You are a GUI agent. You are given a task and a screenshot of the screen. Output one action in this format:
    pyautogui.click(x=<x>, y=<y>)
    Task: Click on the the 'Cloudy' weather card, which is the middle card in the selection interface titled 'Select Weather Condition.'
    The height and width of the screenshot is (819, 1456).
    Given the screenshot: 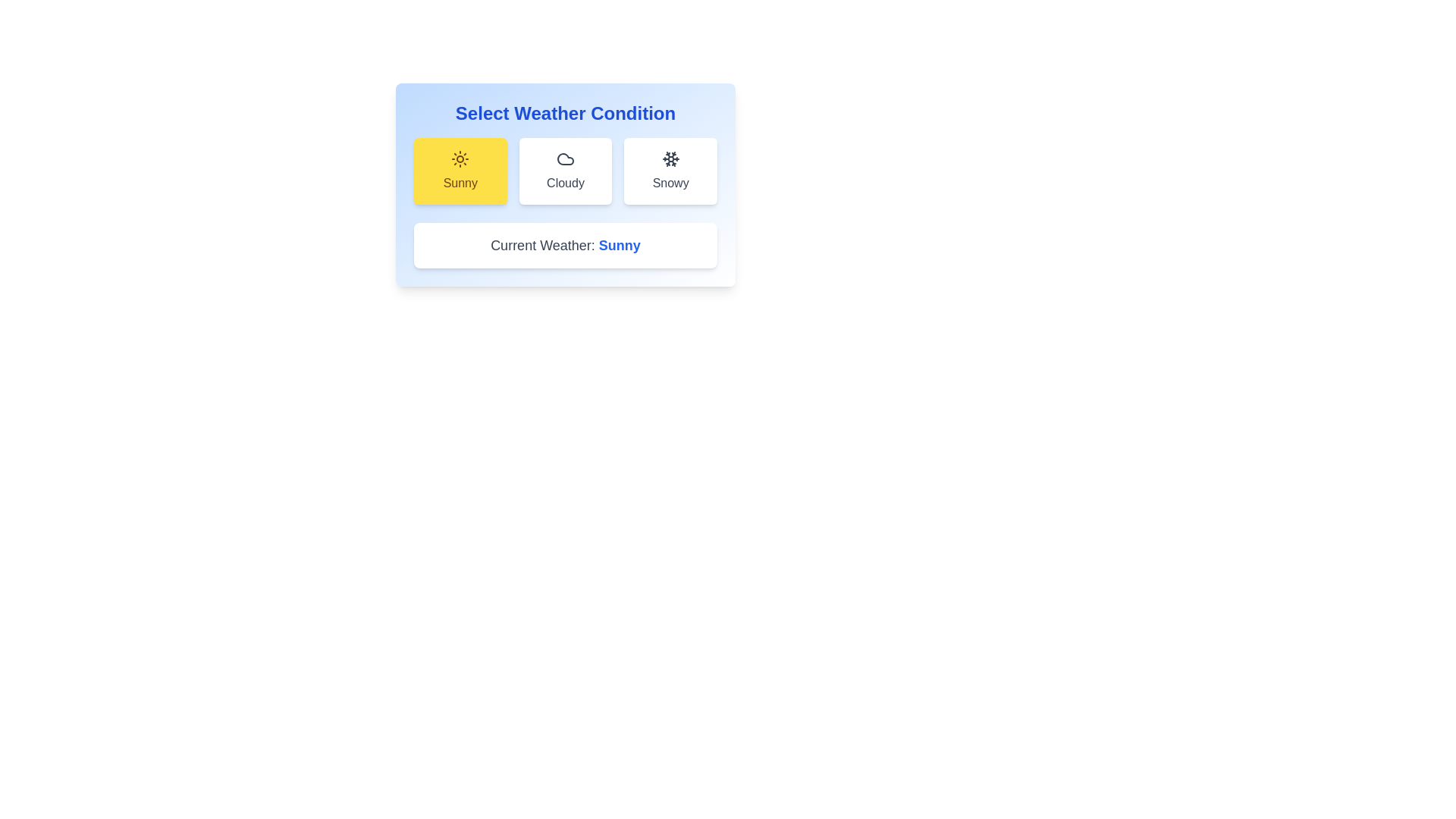 What is the action you would take?
    pyautogui.click(x=564, y=184)
    